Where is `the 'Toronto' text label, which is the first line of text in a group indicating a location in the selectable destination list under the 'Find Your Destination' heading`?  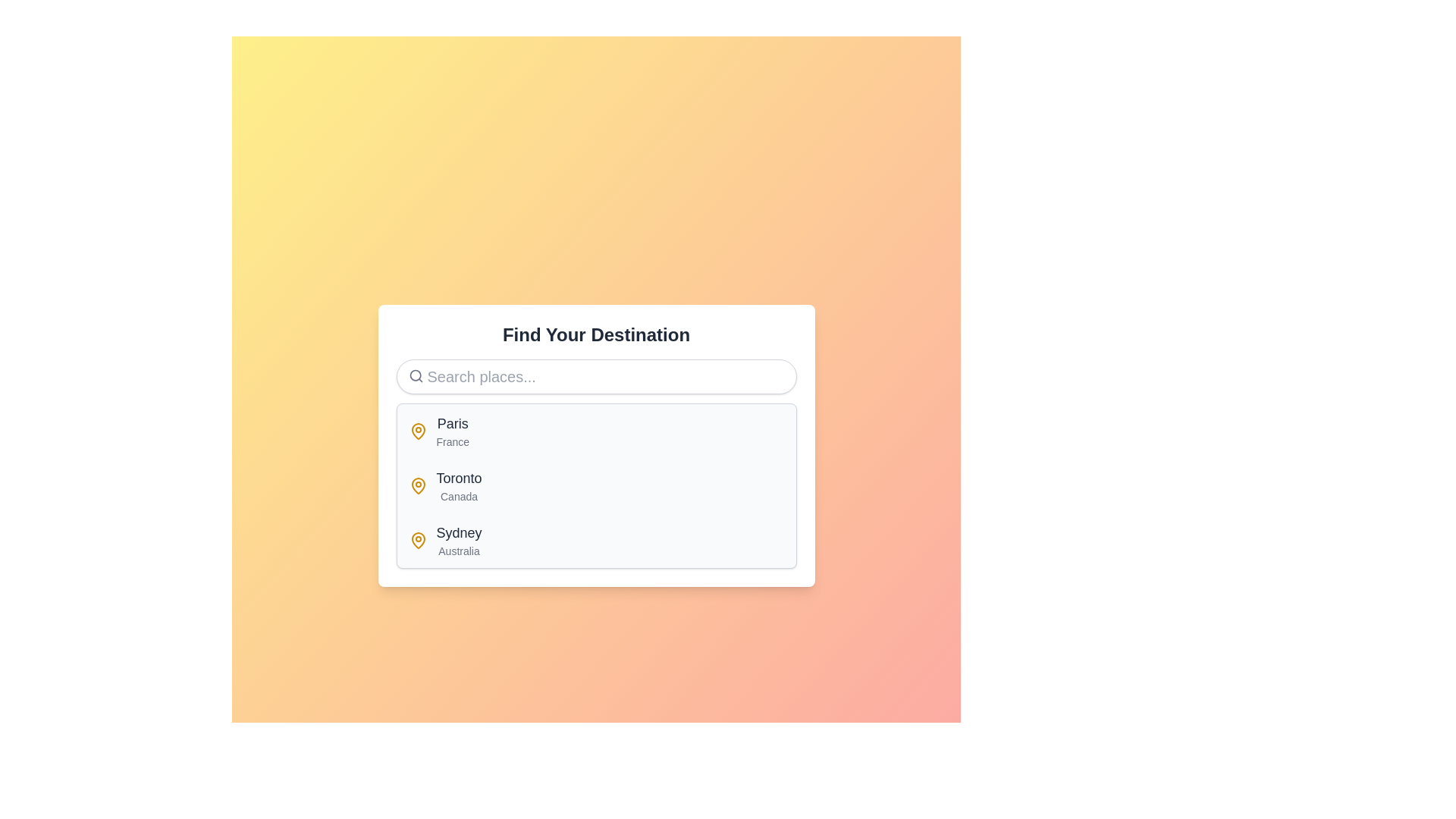
the 'Toronto' text label, which is the first line of text in a group indicating a location in the selectable destination list under the 'Find Your Destination' heading is located at coordinates (458, 479).